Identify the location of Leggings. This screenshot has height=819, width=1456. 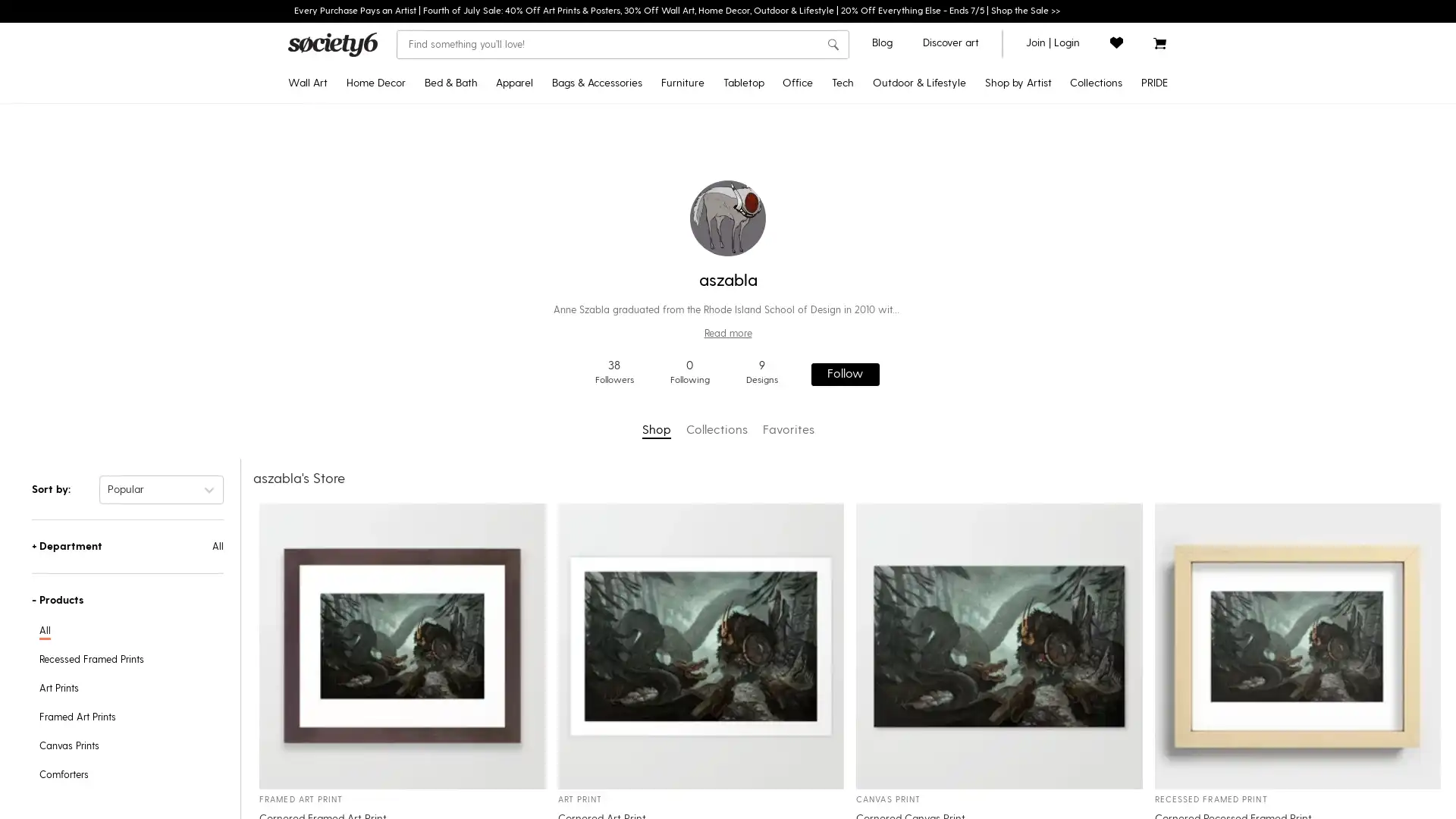
(562, 292).